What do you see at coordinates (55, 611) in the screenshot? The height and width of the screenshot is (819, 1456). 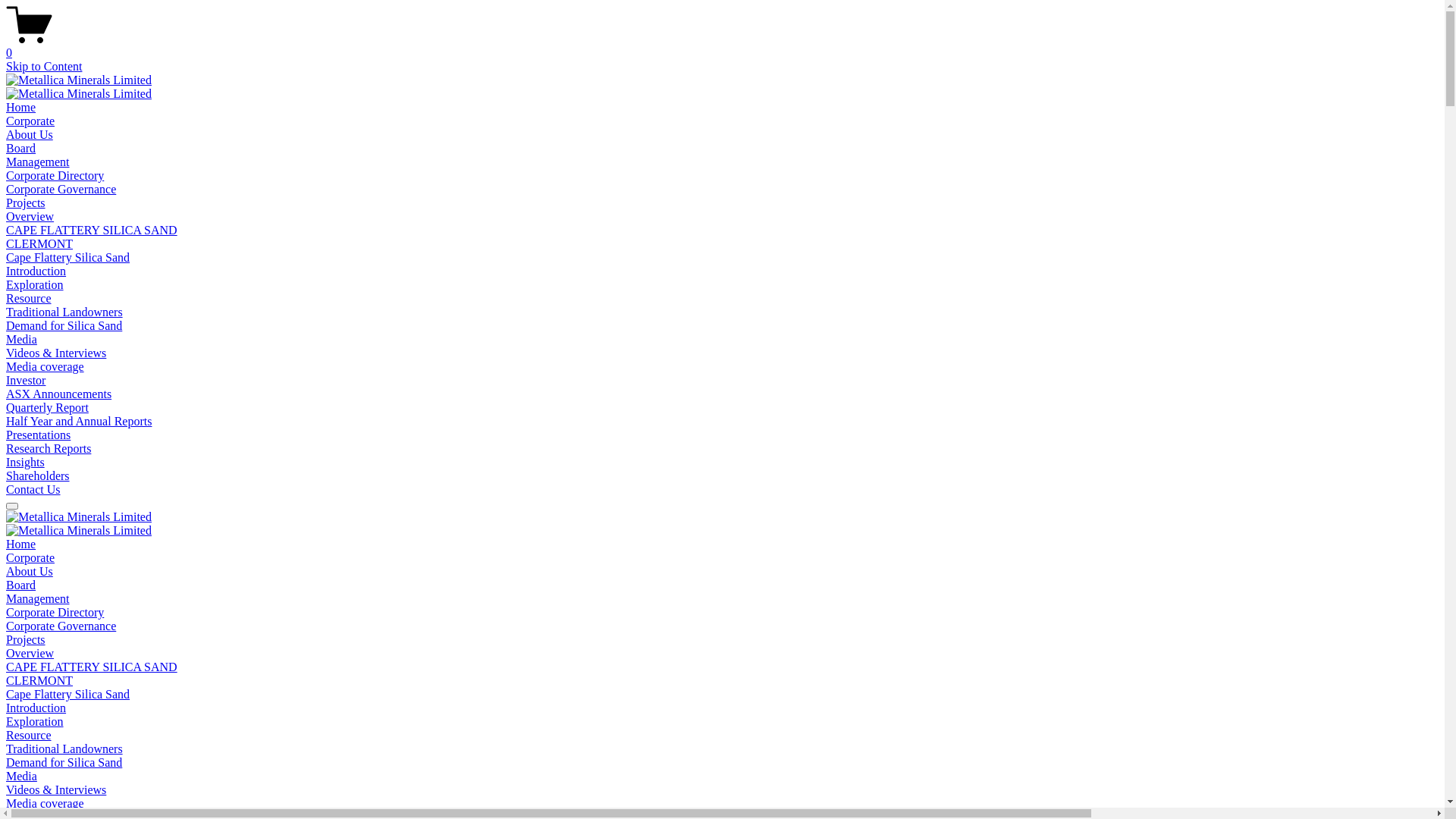 I see `'Corporate Directory'` at bounding box center [55, 611].